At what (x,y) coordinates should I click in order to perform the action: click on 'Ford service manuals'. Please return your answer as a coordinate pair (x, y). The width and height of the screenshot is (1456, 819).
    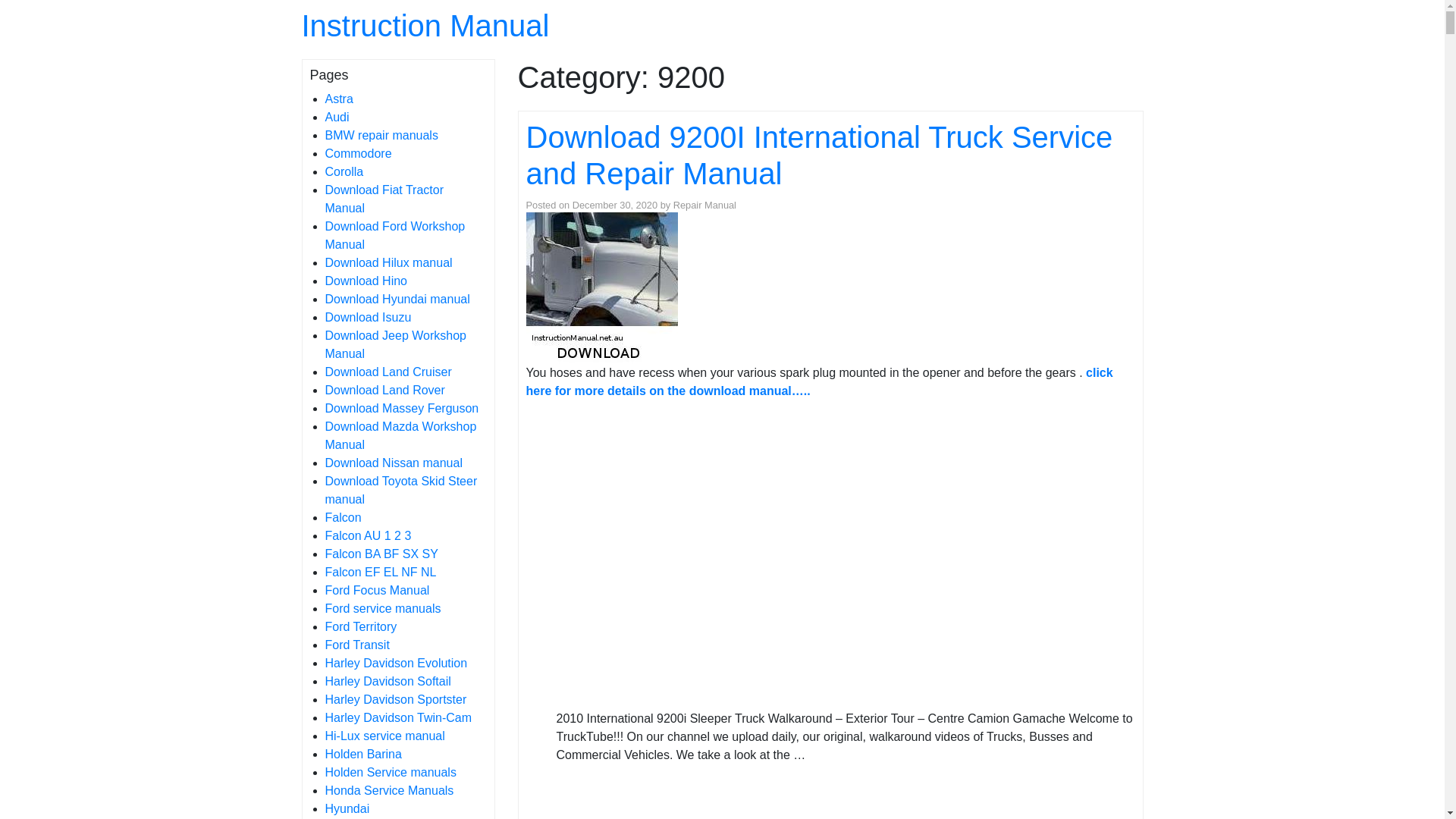
    Looking at the image, I should click on (382, 607).